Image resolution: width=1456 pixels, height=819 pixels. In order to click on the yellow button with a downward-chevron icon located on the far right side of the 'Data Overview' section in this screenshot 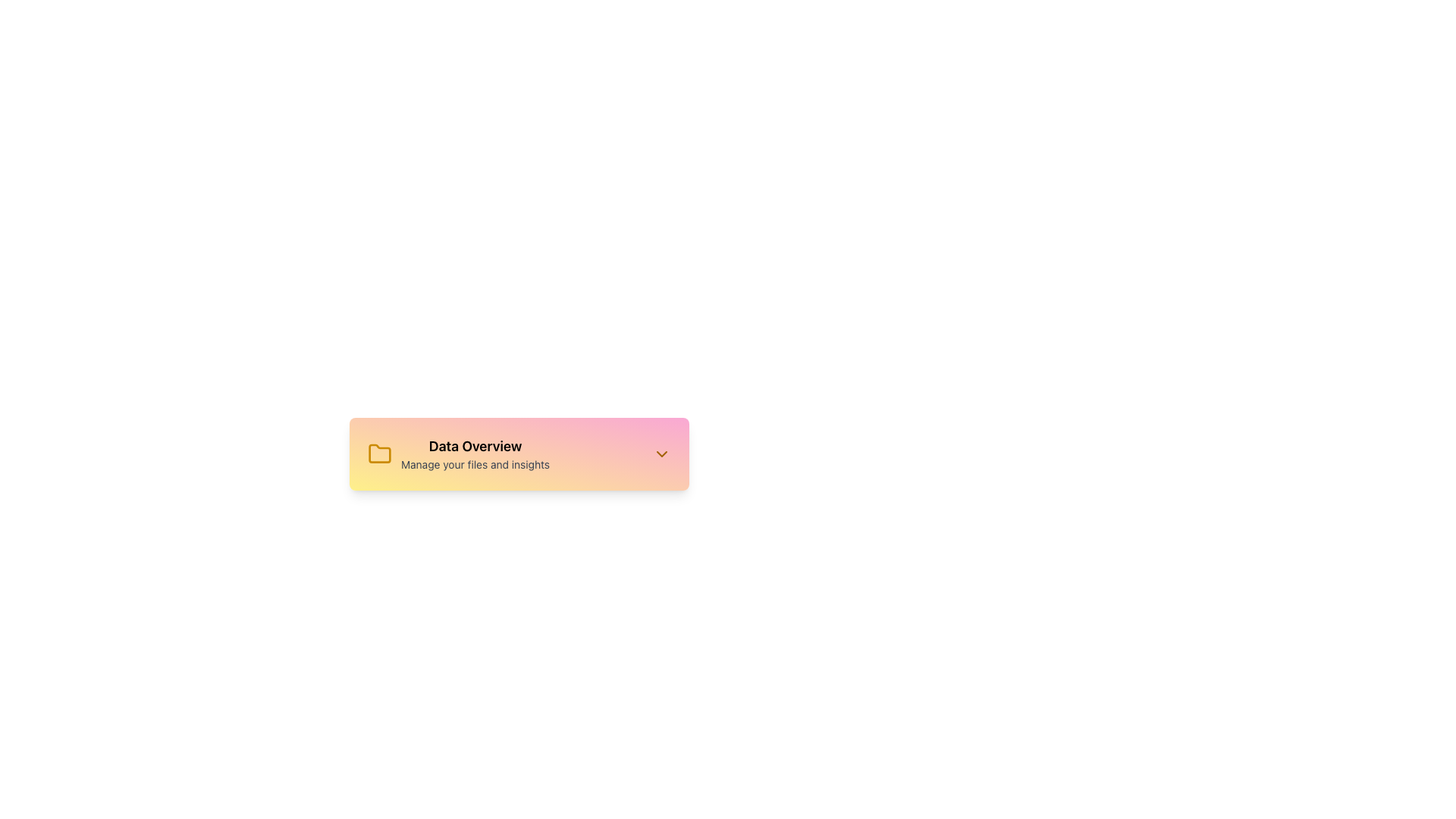, I will do `click(662, 453)`.